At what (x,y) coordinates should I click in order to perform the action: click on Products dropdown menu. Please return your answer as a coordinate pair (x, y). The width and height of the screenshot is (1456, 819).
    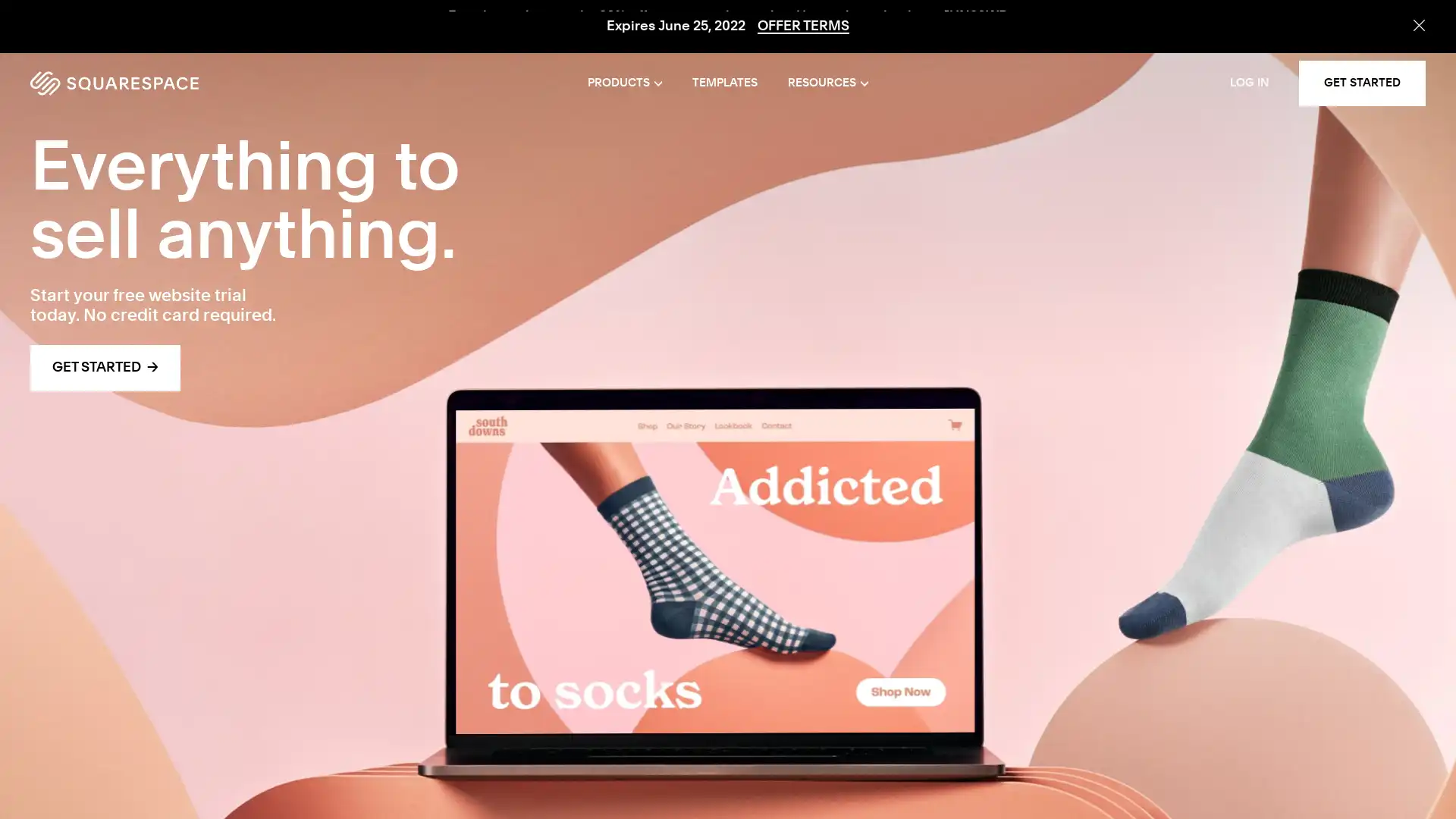
    Looking at the image, I should click on (625, 83).